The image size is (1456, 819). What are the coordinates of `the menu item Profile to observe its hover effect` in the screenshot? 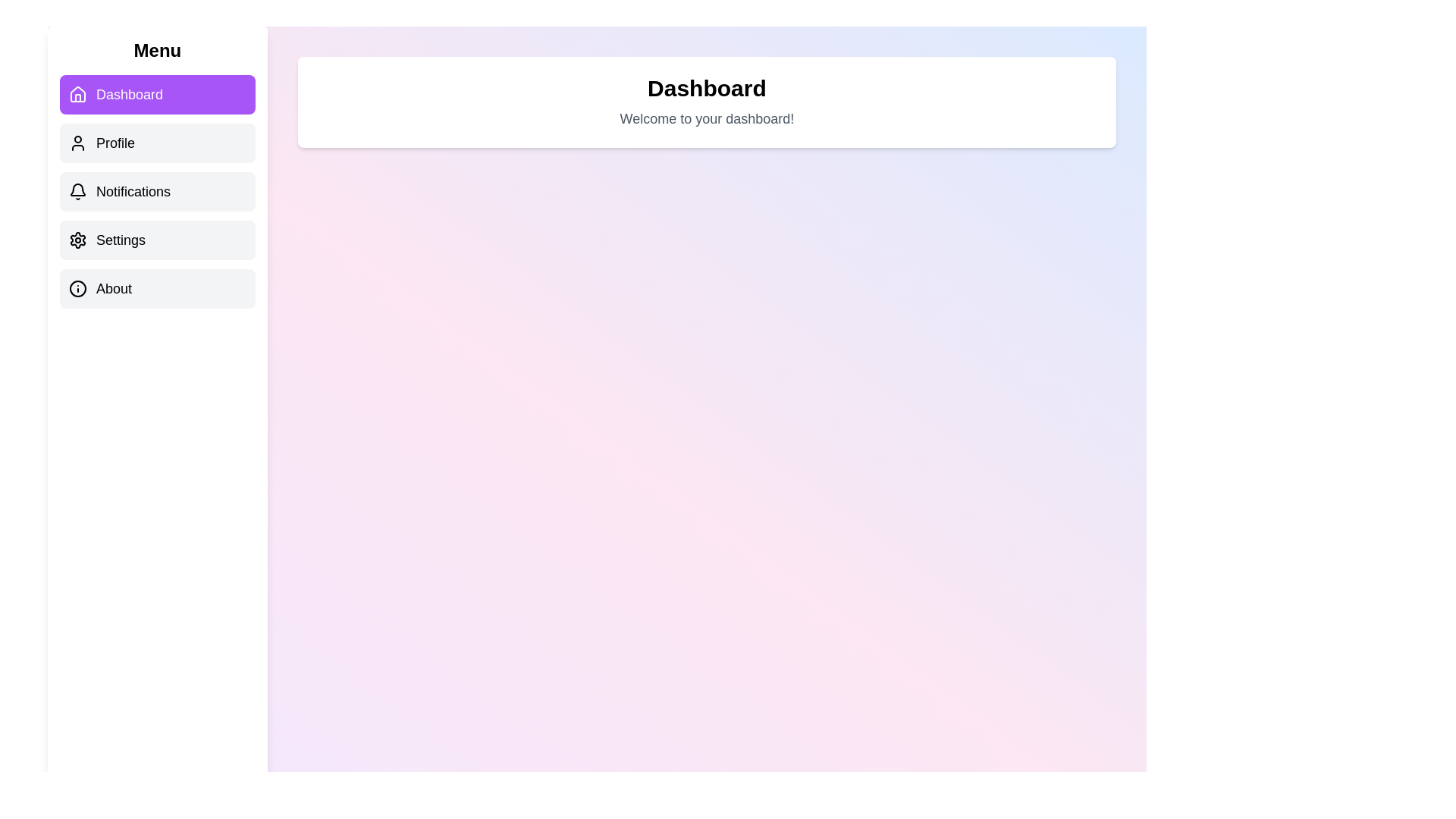 It's located at (157, 143).